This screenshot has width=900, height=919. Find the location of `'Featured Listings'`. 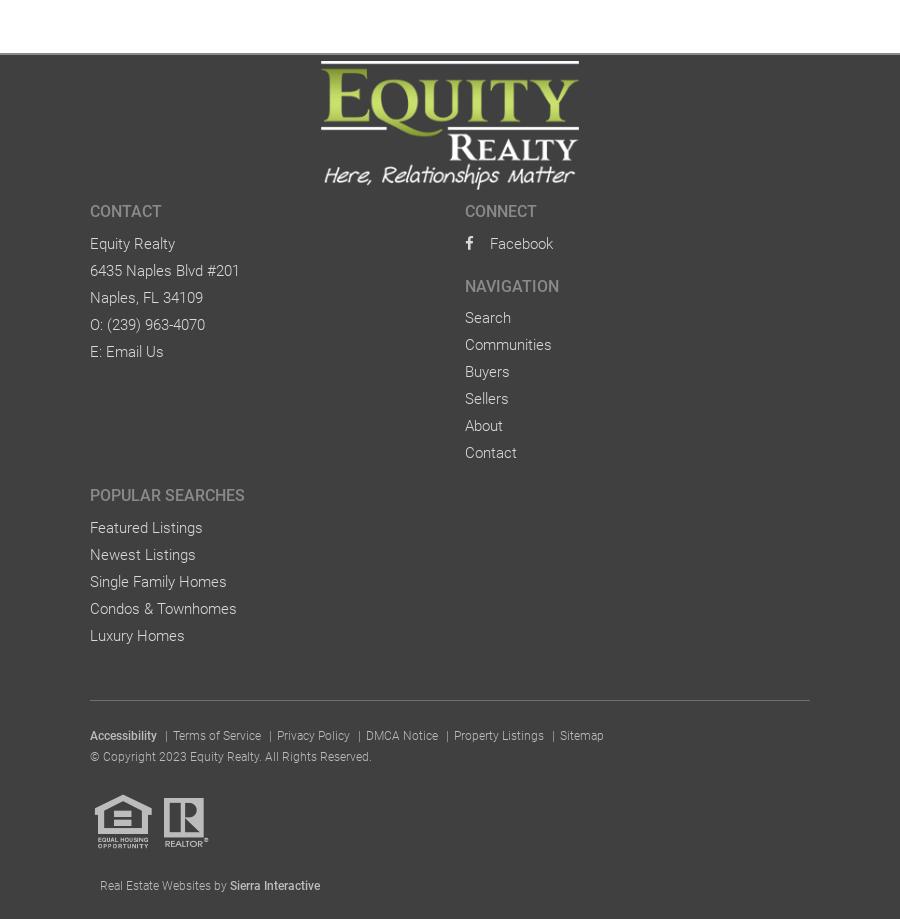

'Featured Listings' is located at coordinates (146, 525).